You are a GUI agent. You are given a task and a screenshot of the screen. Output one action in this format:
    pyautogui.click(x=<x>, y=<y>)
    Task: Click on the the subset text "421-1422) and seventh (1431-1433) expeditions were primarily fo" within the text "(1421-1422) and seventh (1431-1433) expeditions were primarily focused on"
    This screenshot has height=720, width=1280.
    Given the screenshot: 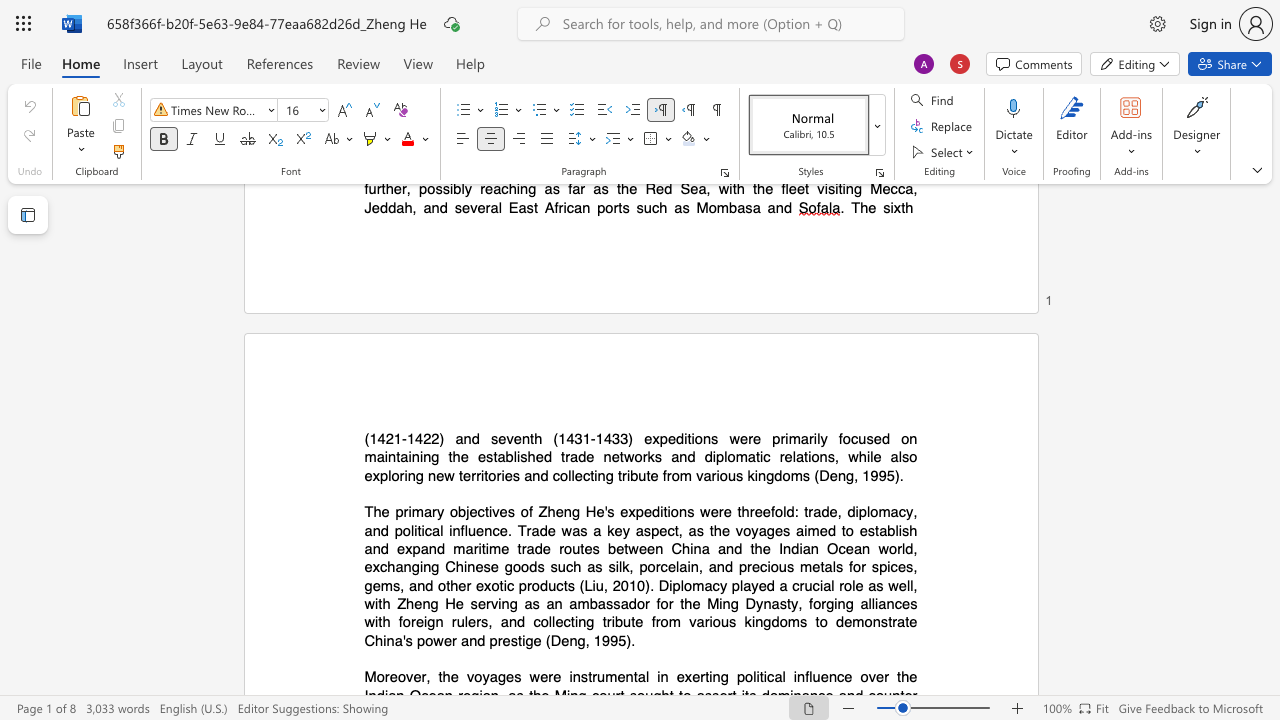 What is the action you would take?
    pyautogui.click(x=377, y=437)
    